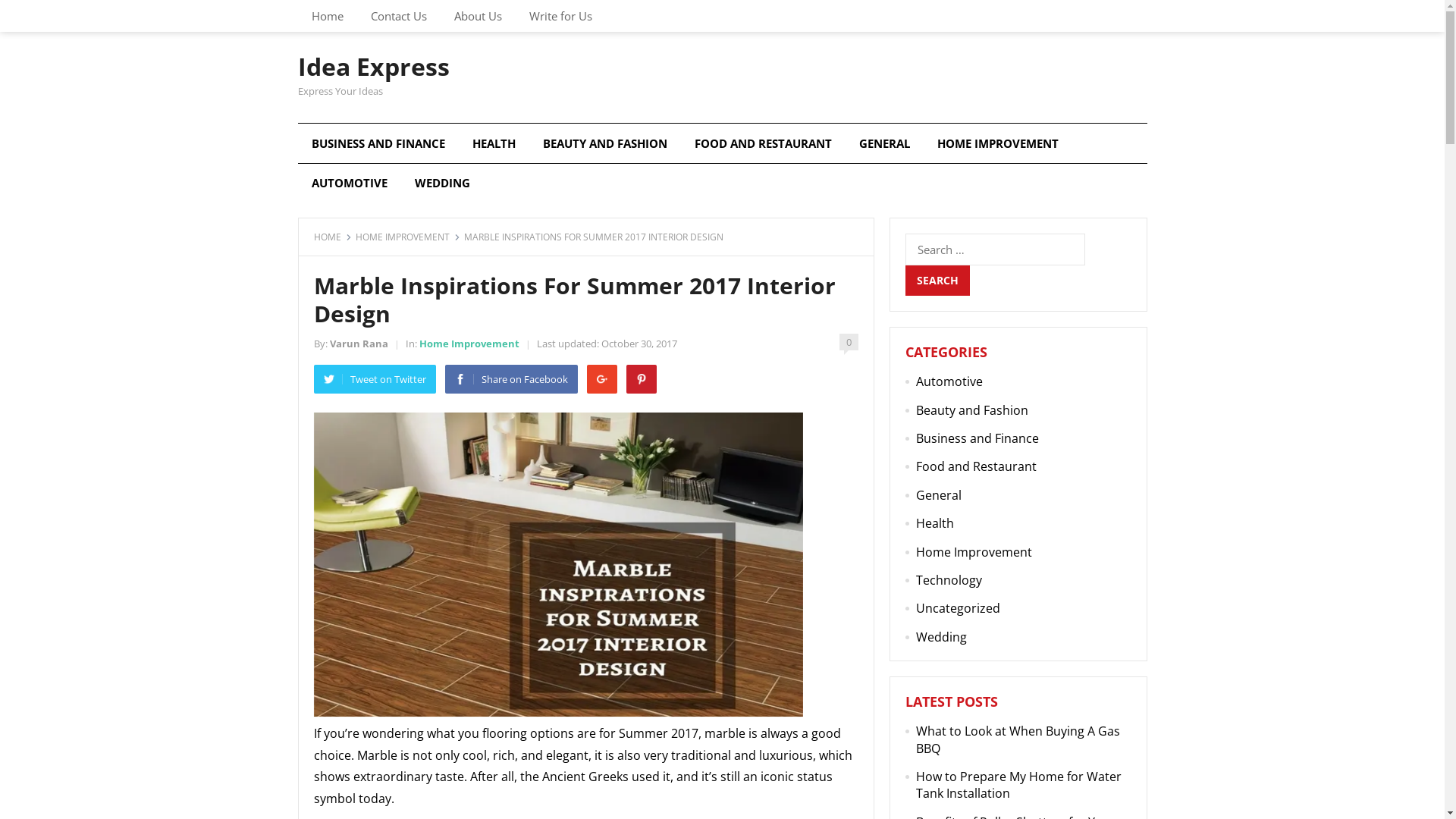 The height and width of the screenshot is (819, 1456). Describe the element at coordinates (847, 342) in the screenshot. I see `'0'` at that location.